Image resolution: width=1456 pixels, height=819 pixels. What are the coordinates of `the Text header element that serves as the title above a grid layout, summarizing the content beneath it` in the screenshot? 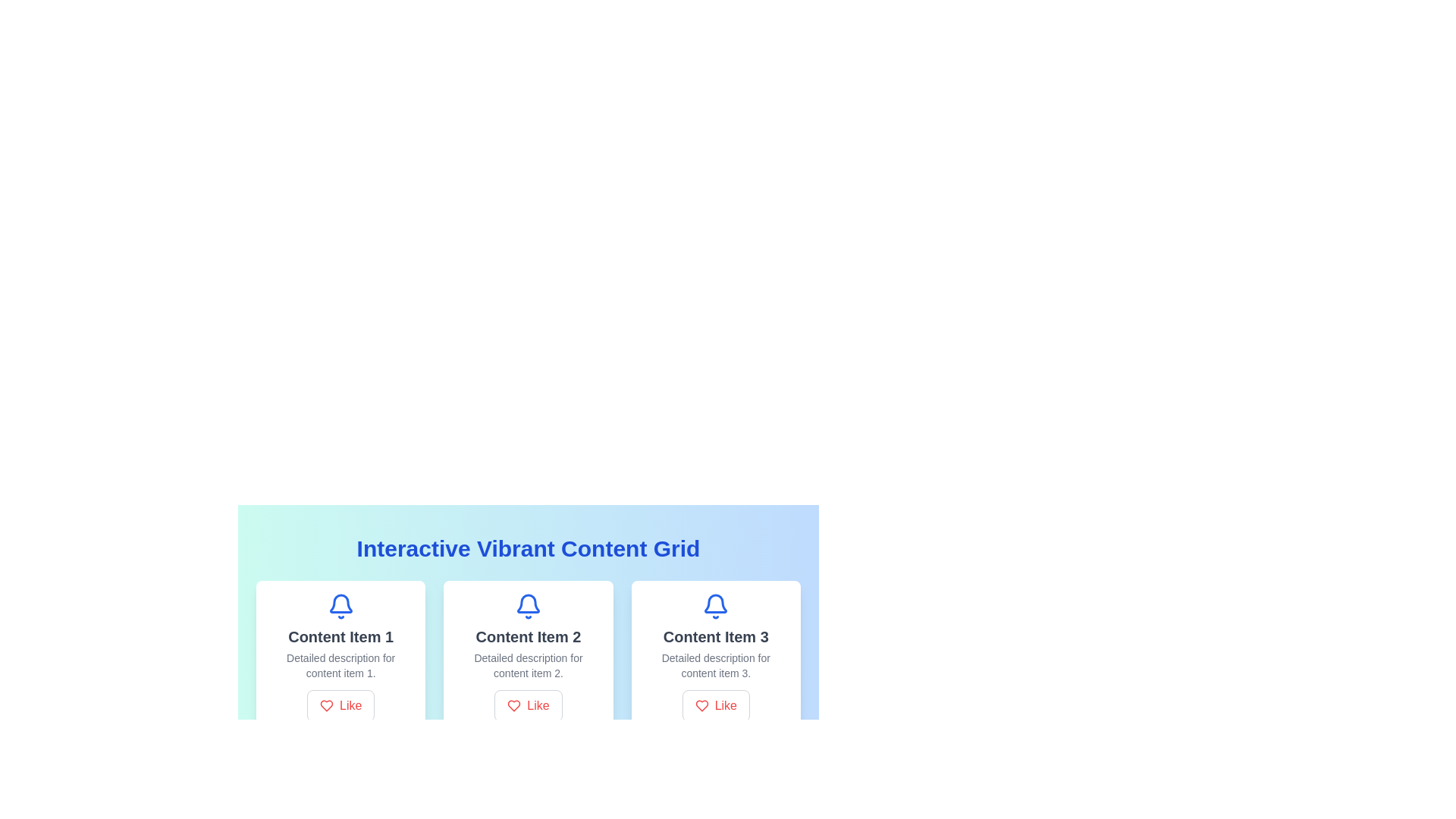 It's located at (528, 549).